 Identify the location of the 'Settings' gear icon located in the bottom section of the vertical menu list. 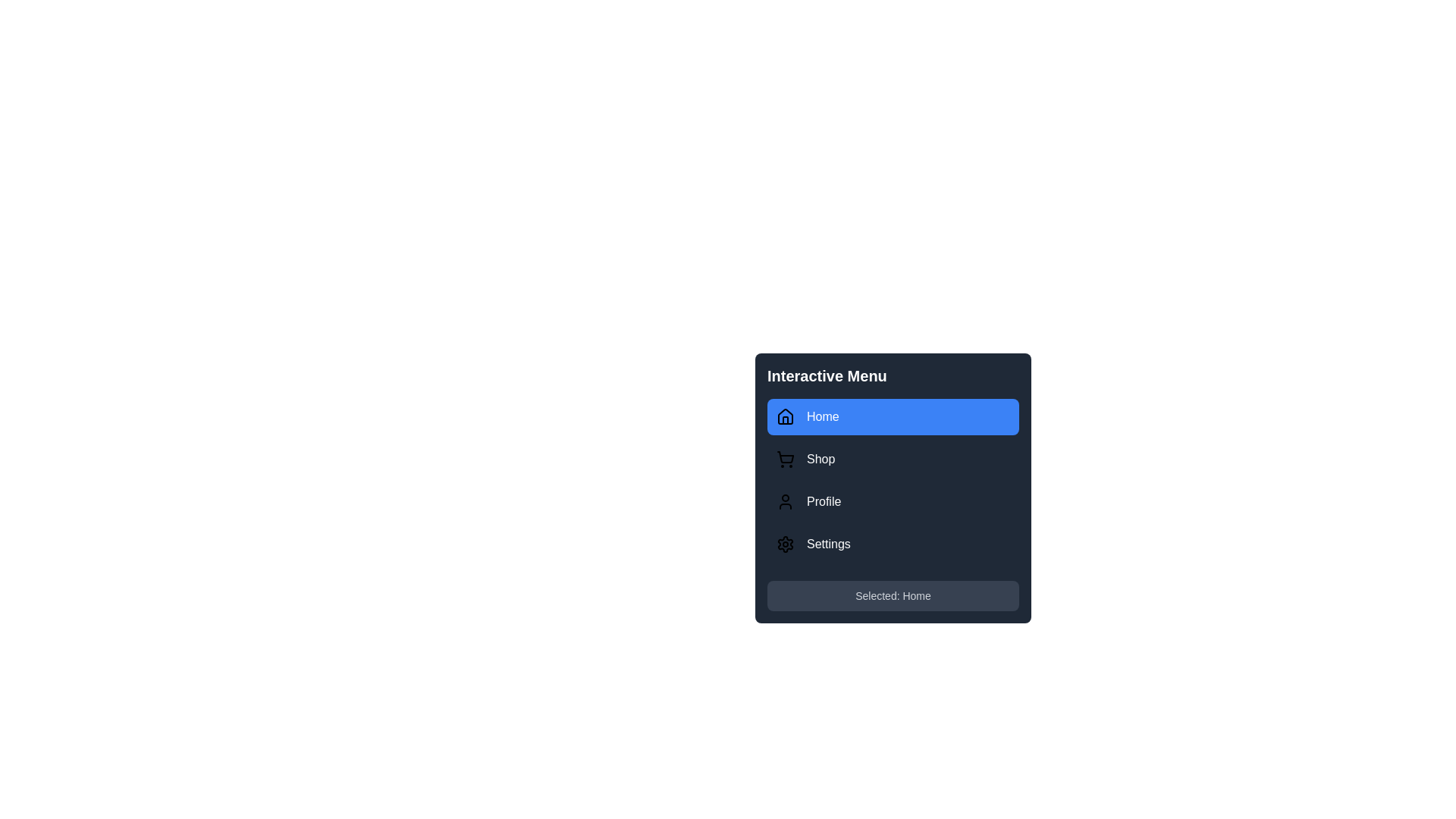
(786, 543).